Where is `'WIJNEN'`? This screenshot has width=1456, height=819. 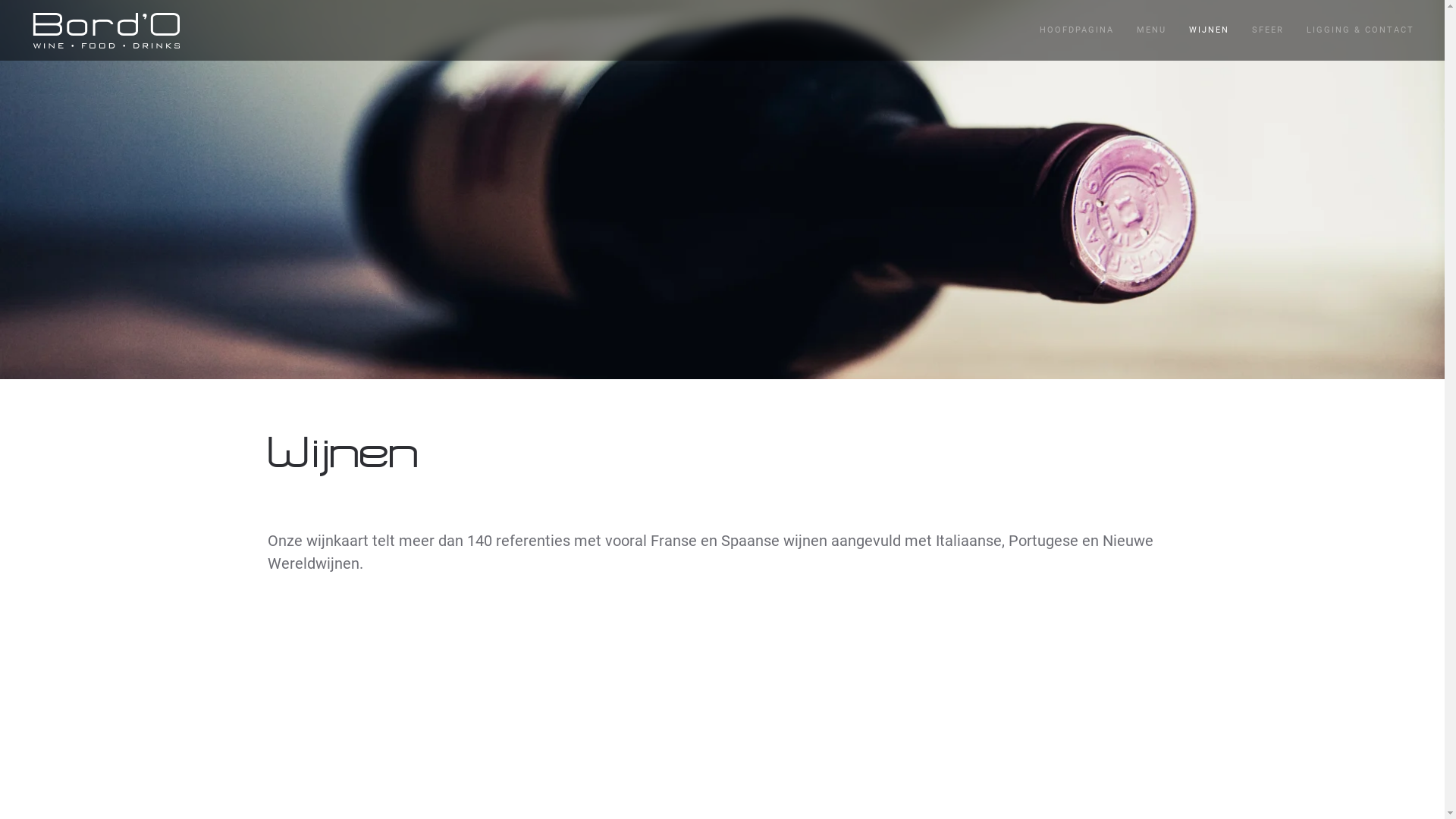 'WIJNEN' is located at coordinates (1208, 30).